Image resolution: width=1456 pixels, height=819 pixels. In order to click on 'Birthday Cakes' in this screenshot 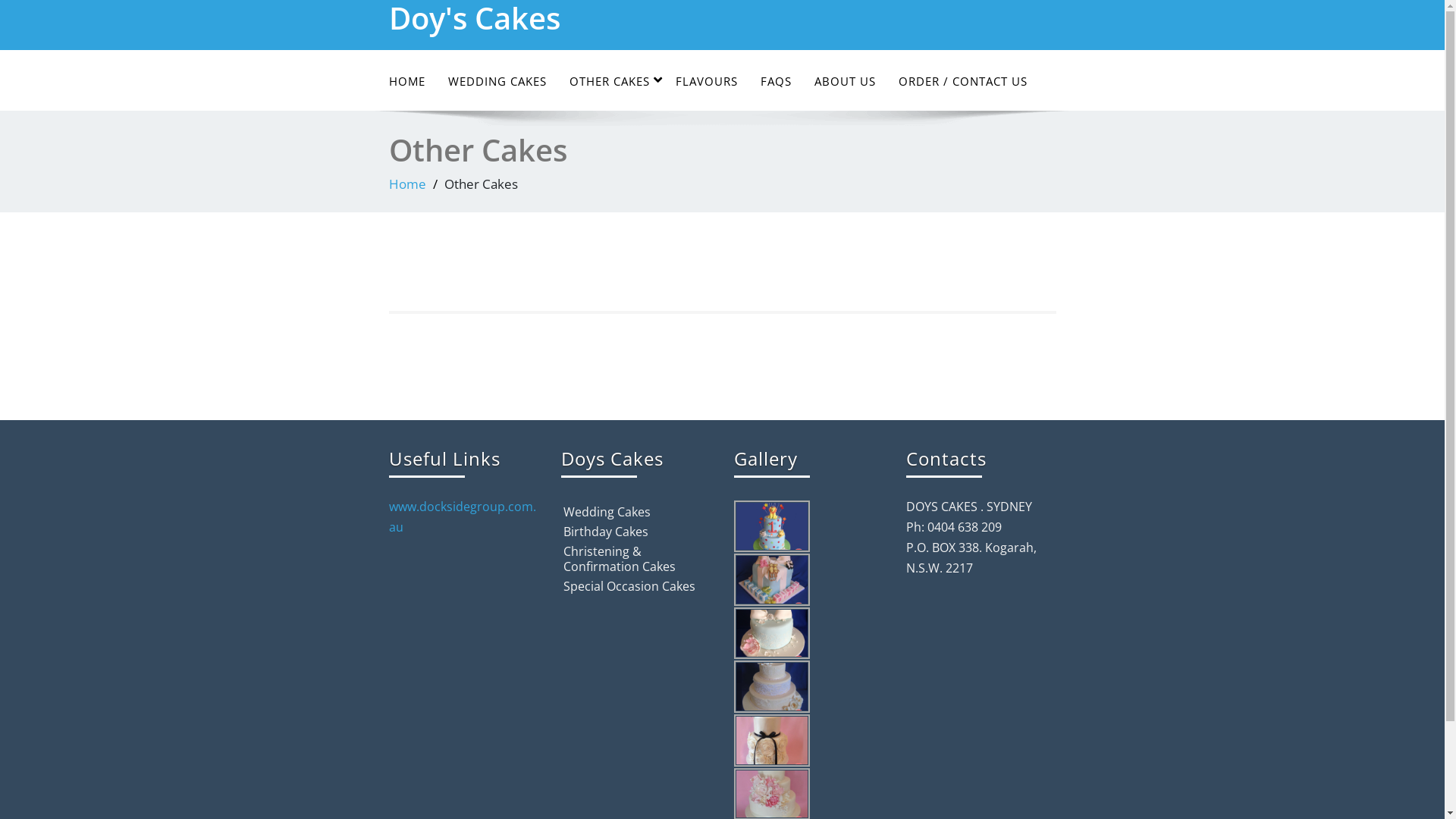, I will do `click(563, 531)`.